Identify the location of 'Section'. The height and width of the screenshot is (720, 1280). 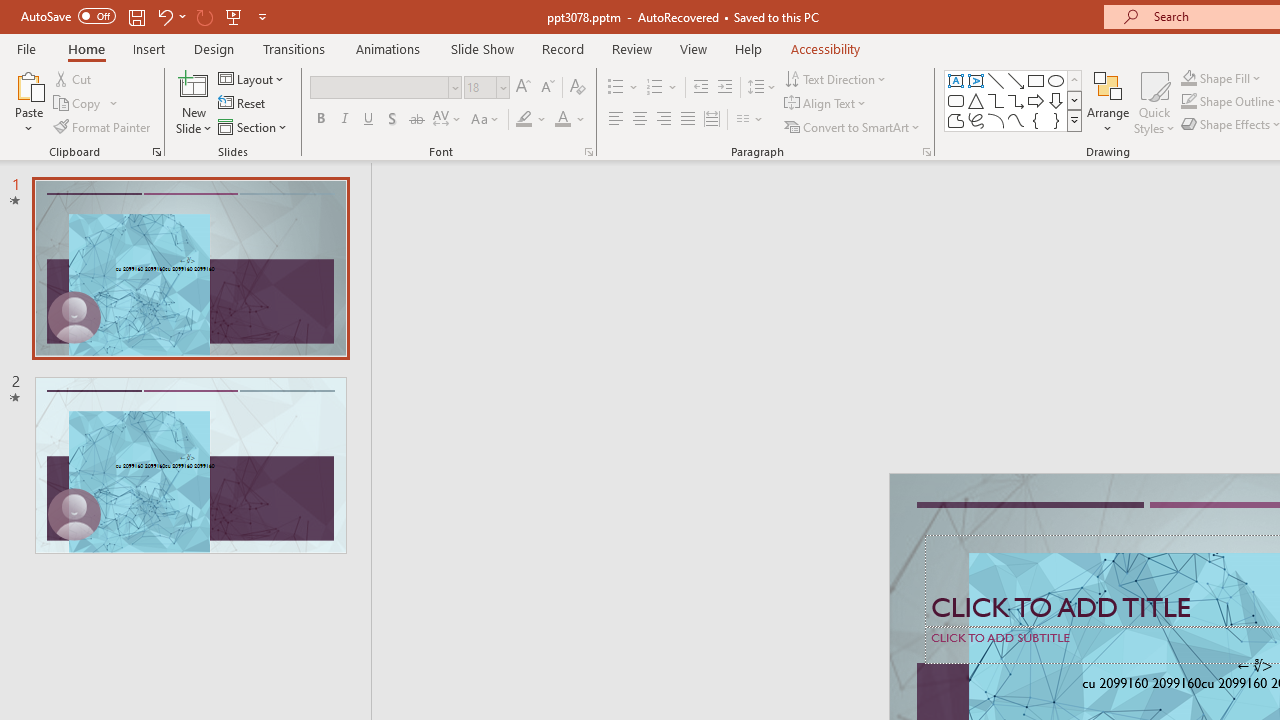
(253, 127).